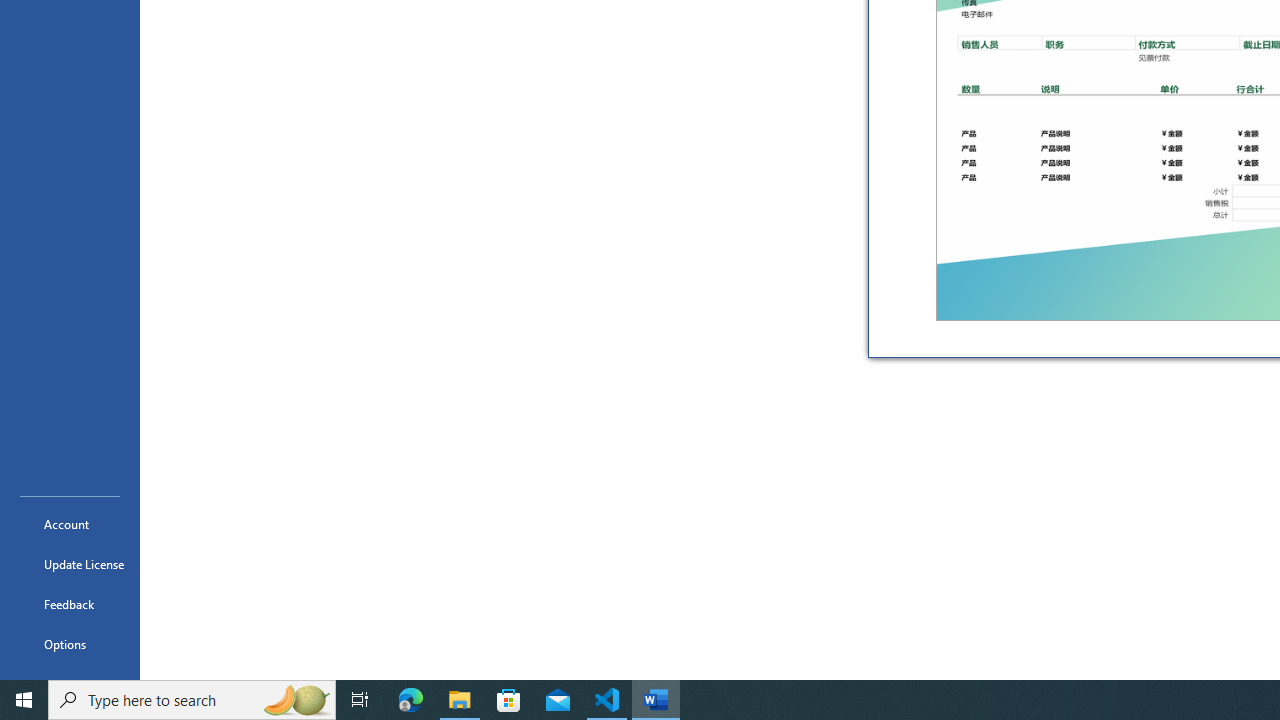  What do you see at coordinates (24, 698) in the screenshot?
I see `'Start'` at bounding box center [24, 698].